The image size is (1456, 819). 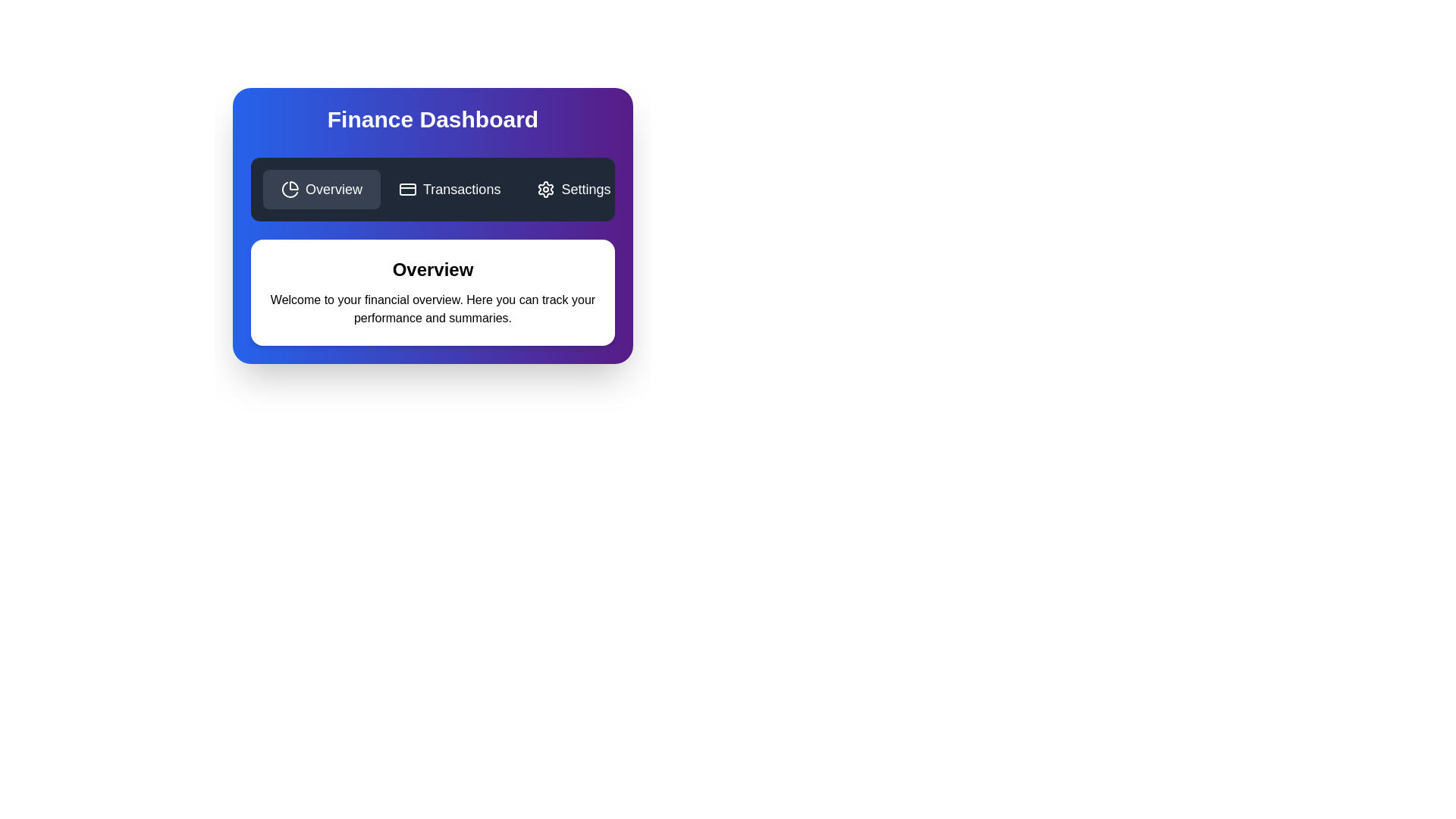 What do you see at coordinates (407, 189) in the screenshot?
I see `the 'Transactions' button represented by the credit card icon, which is the second option in the navigation row` at bounding box center [407, 189].